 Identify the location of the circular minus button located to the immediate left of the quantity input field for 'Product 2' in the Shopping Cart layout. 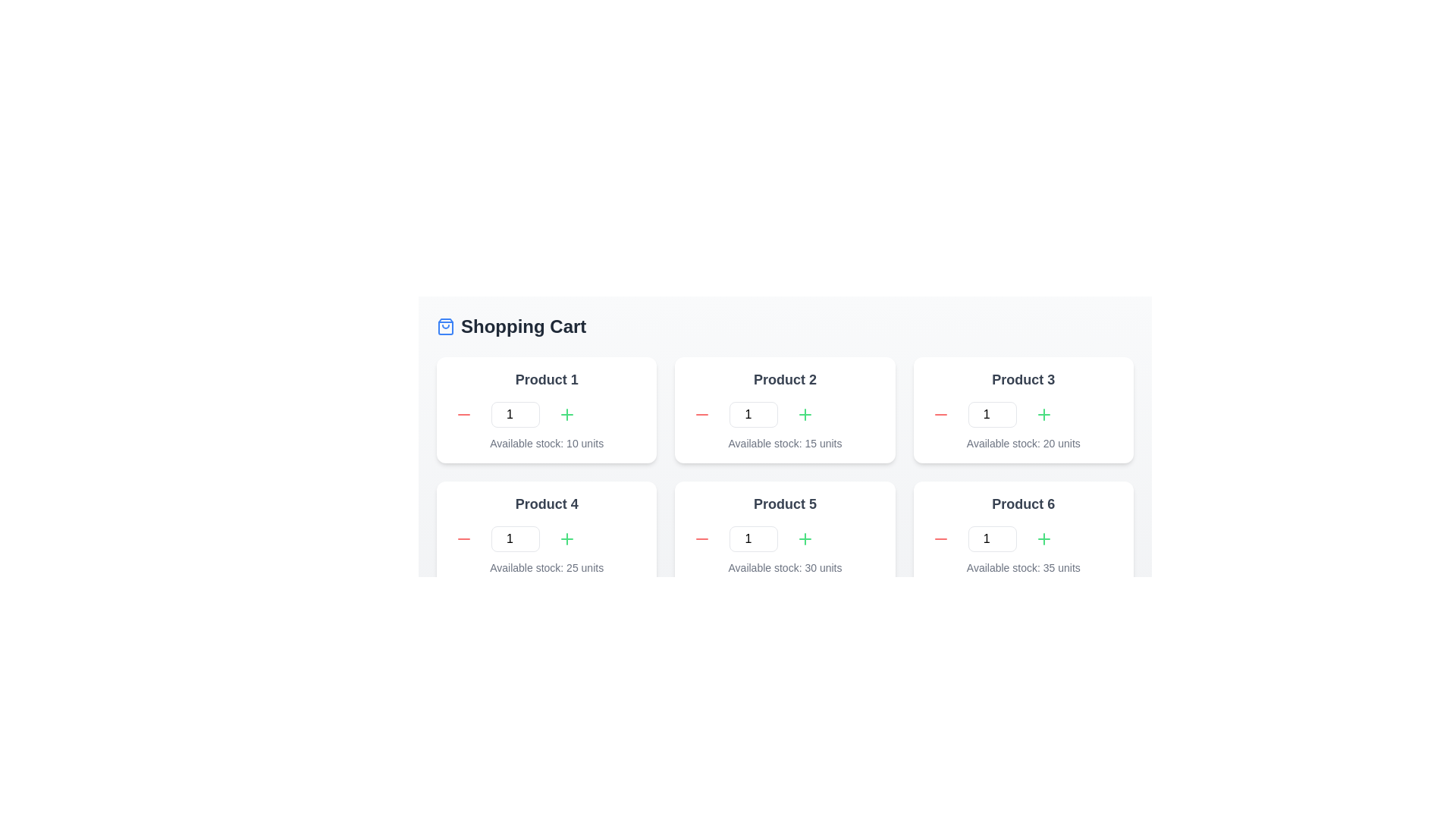
(701, 415).